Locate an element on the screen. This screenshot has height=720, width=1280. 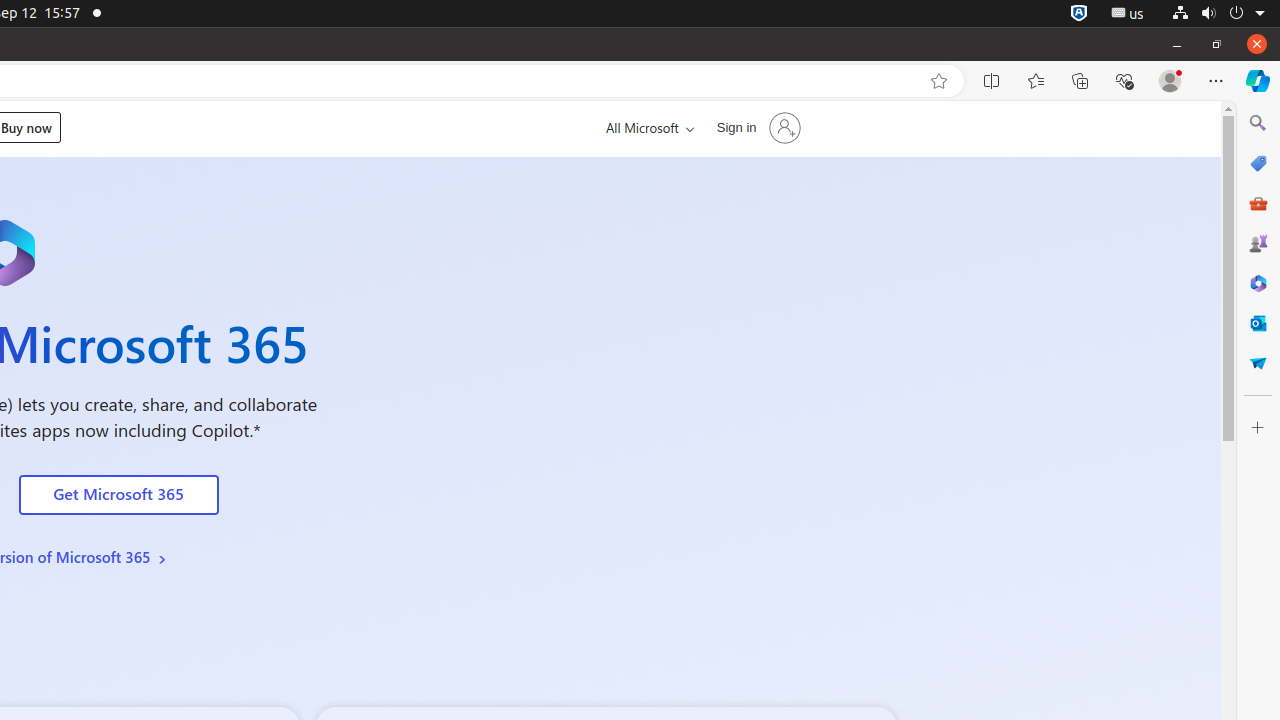
'Add this page to favorites (Ctrl+D)' is located at coordinates (938, 80).